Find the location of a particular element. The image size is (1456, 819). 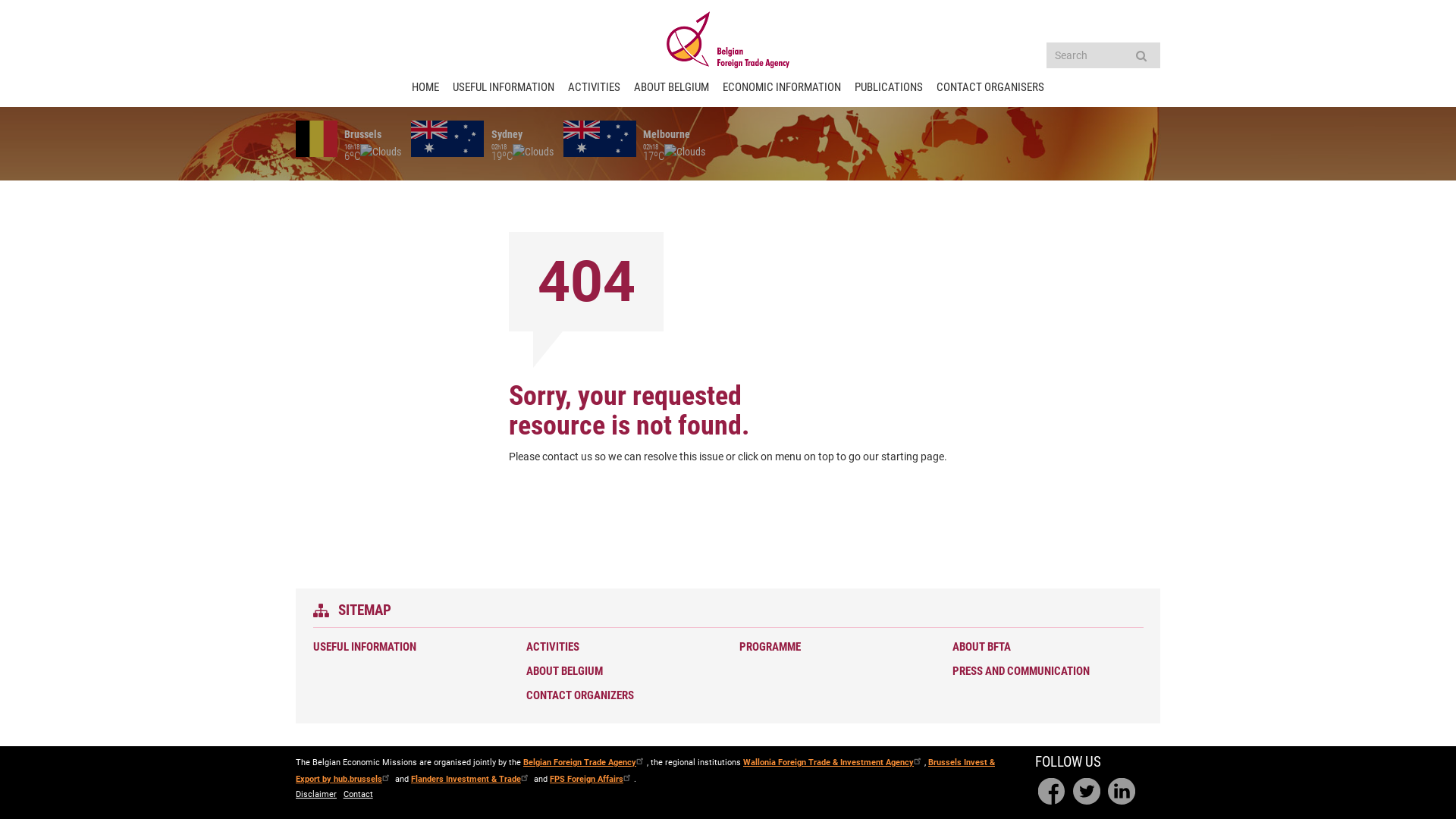

'Follow us on Facebook' is located at coordinates (1051, 791).